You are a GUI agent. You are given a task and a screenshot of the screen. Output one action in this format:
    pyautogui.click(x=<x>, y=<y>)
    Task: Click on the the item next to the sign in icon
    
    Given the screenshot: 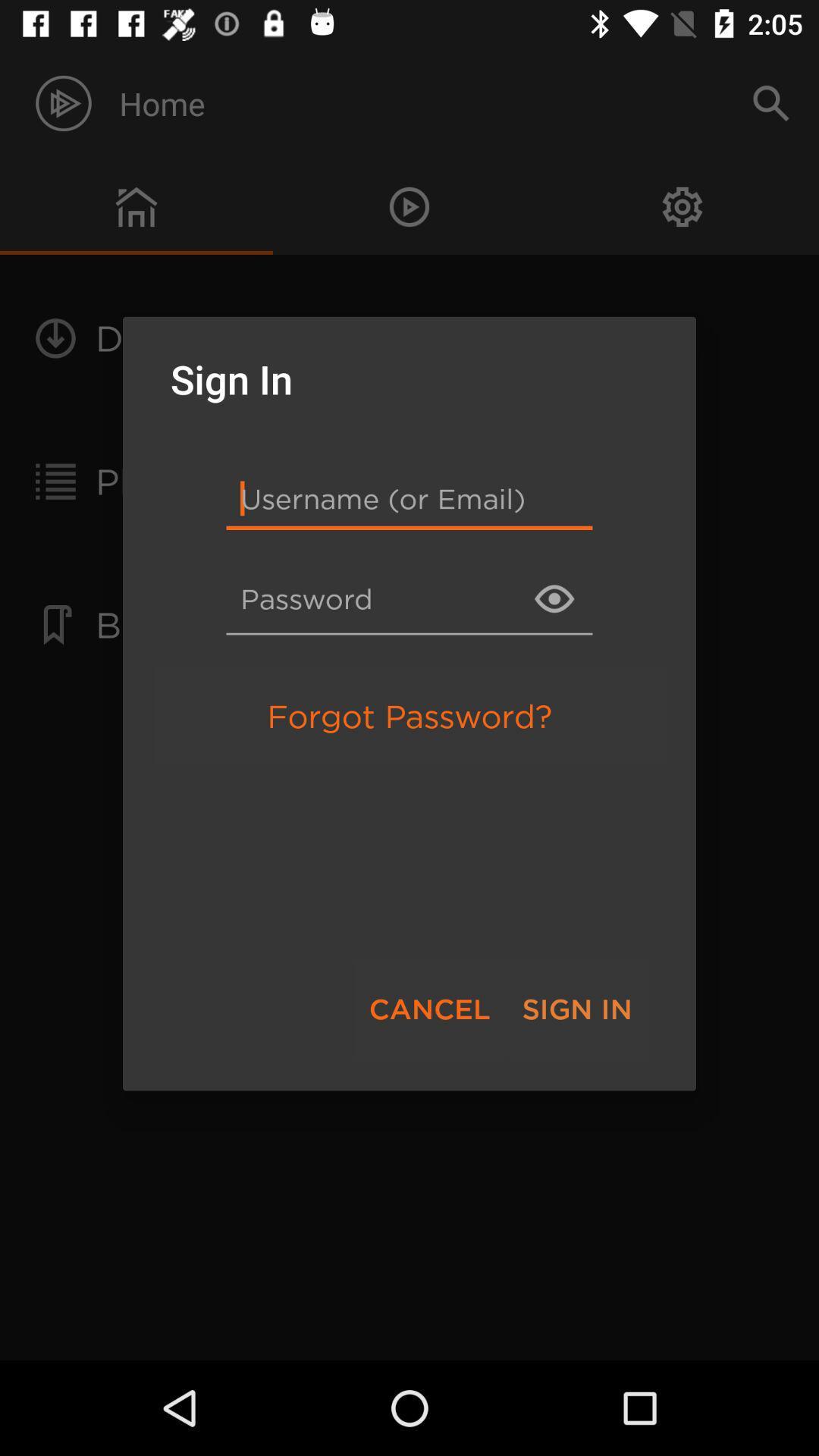 What is the action you would take?
    pyautogui.click(x=429, y=1009)
    